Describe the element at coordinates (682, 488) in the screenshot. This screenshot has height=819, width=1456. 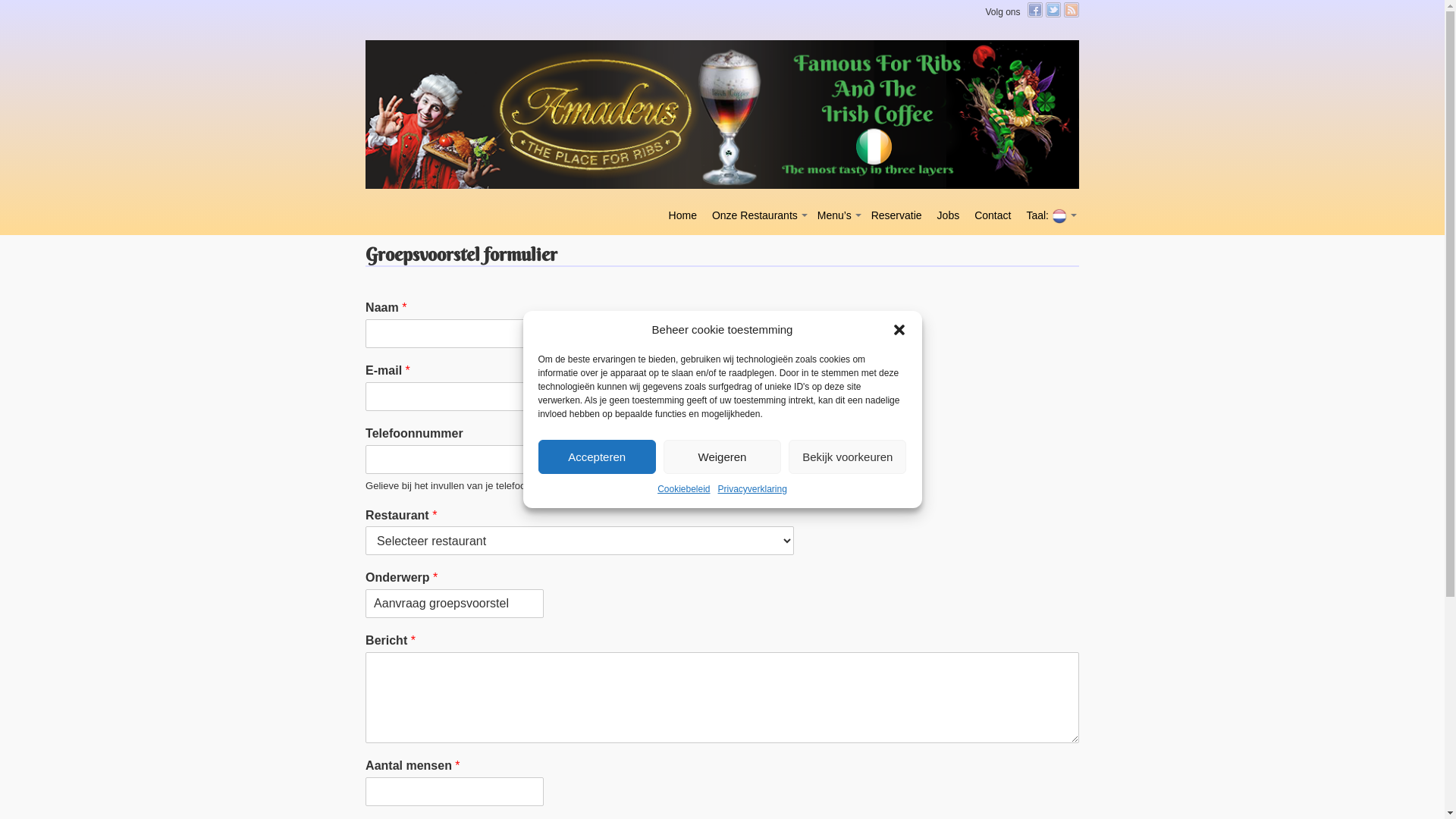
I see `'Cookiebeleid'` at that location.